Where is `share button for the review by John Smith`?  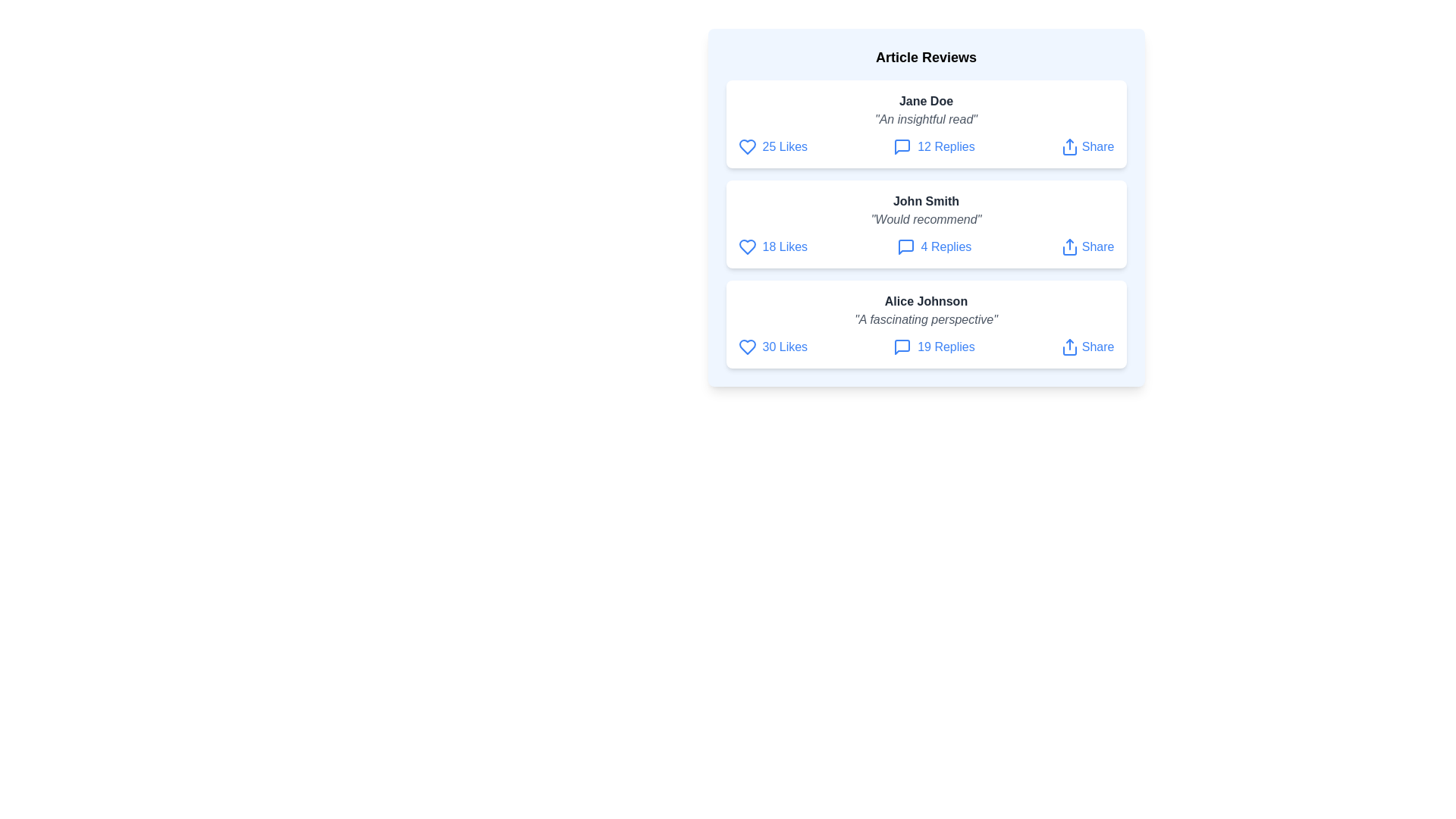 share button for the review by John Smith is located at coordinates (1087, 246).